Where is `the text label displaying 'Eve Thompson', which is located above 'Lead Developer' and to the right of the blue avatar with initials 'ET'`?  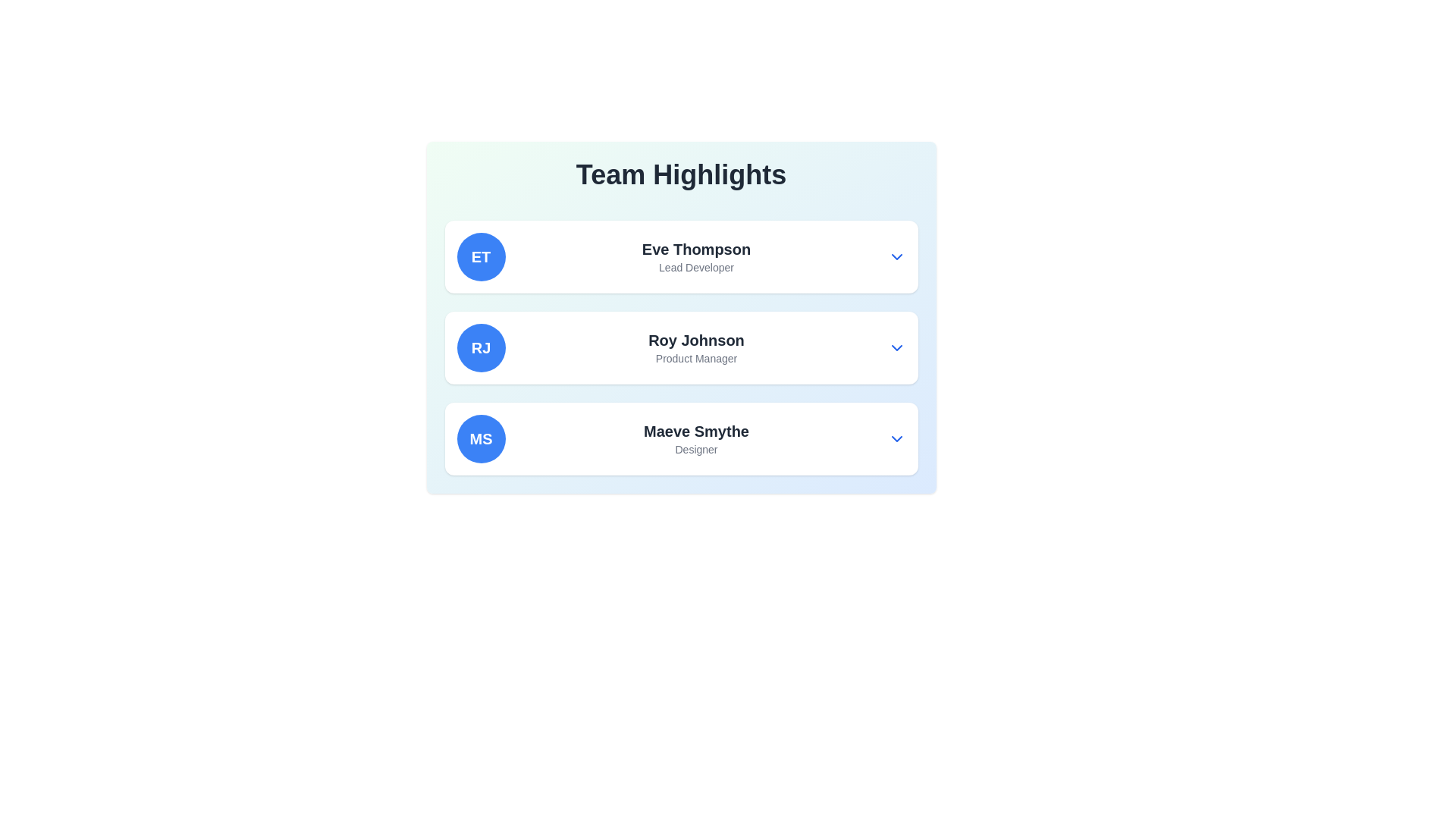 the text label displaying 'Eve Thompson', which is located above 'Lead Developer' and to the right of the blue avatar with initials 'ET' is located at coordinates (695, 248).